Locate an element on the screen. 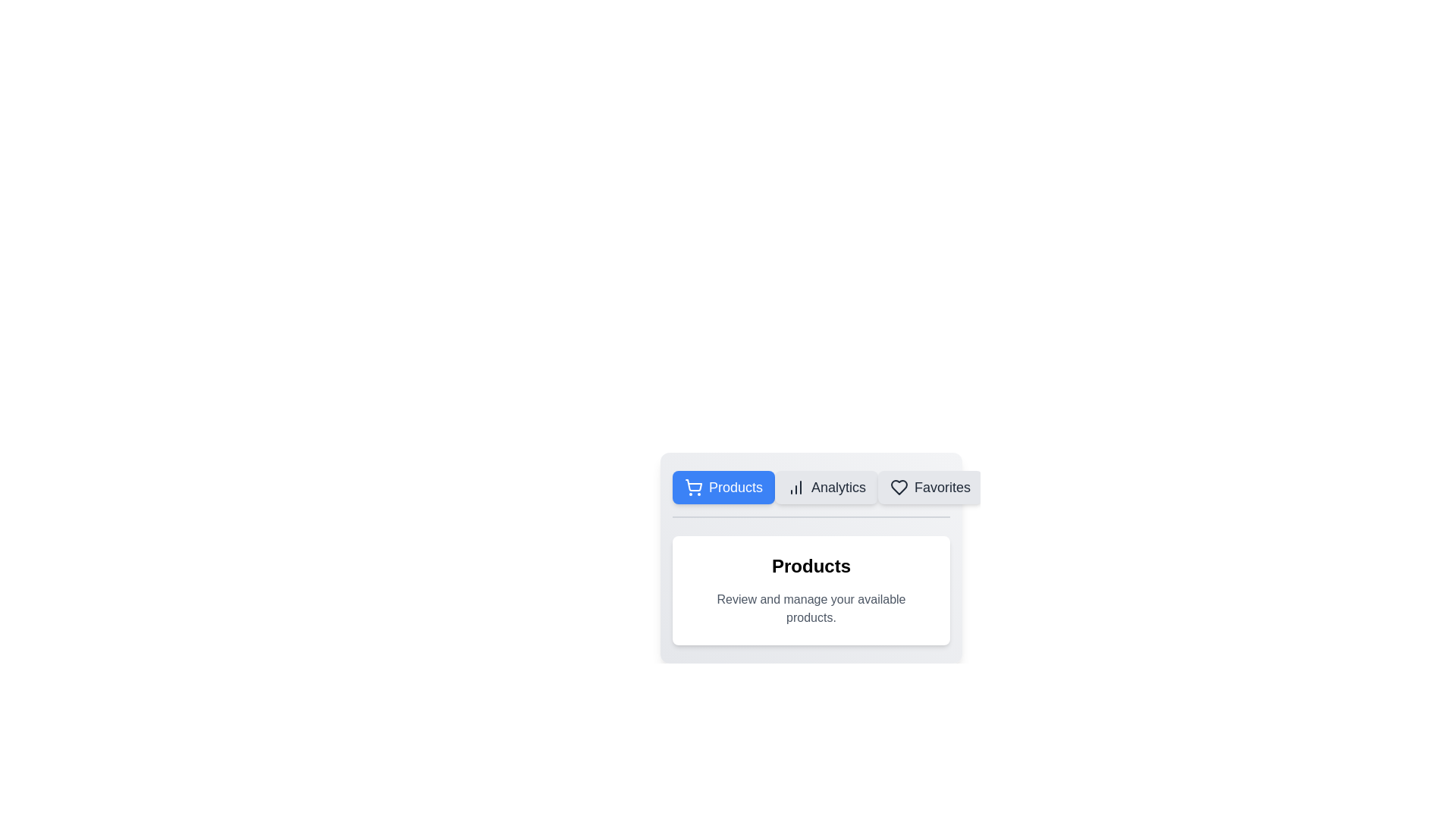 The width and height of the screenshot is (1456, 819). the 'Analytics' tab icon, which is located to the left of the 'Analytics' label in the horizontal navigation menu is located at coordinates (795, 488).